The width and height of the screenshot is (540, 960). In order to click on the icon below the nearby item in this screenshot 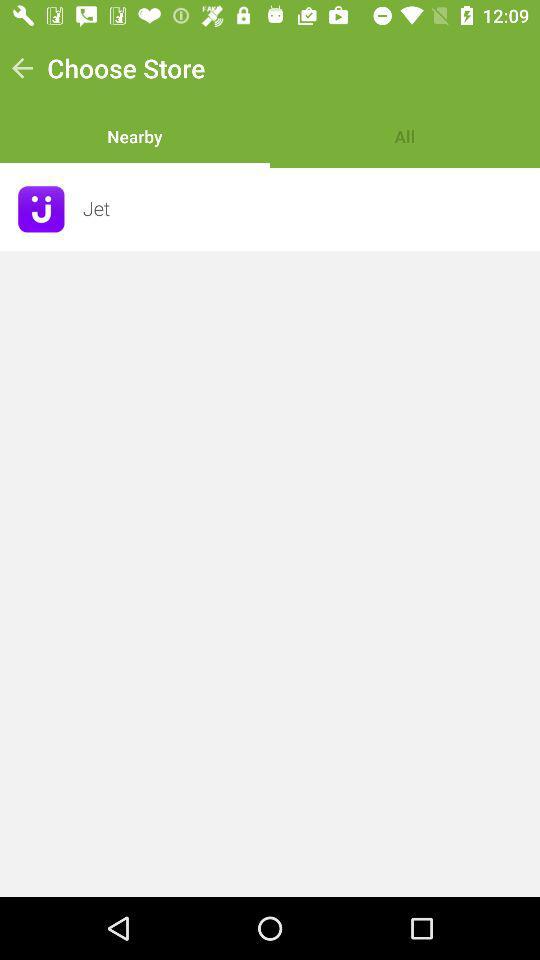, I will do `click(305, 209)`.